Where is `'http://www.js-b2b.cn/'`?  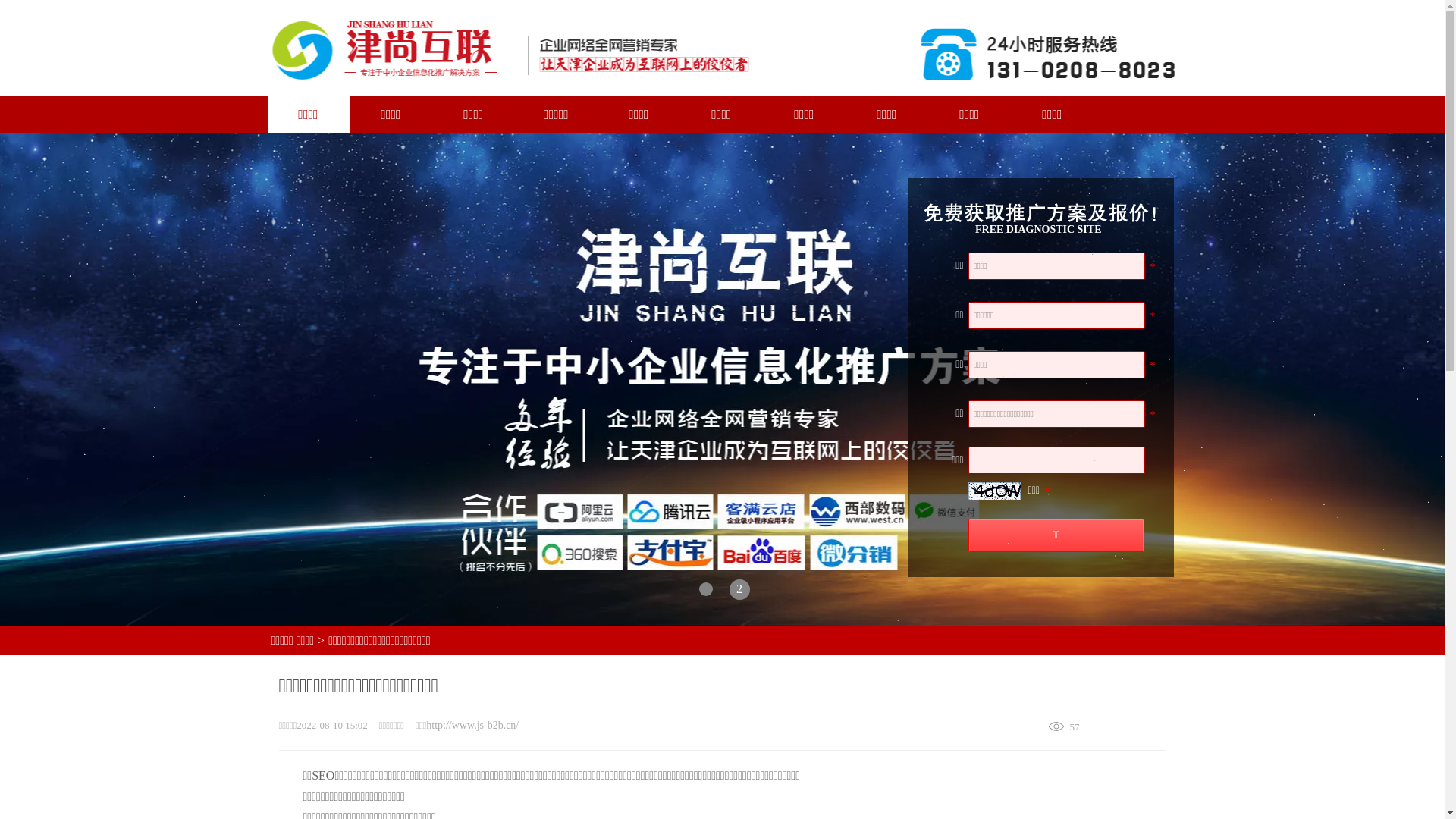
'http://www.js-b2b.cn/' is located at coordinates (425, 724).